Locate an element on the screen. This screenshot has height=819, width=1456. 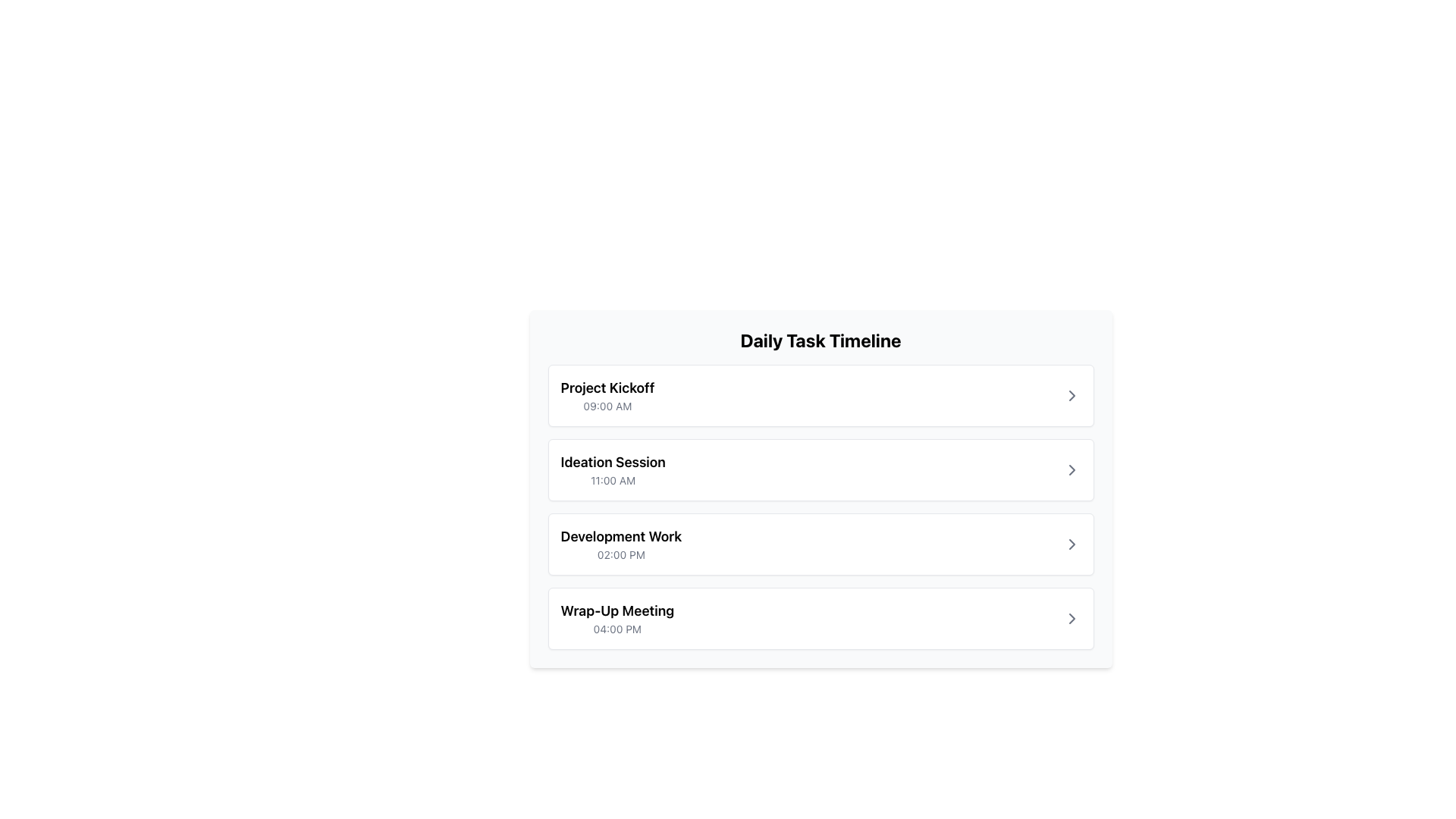
information displayed in the 'Development Work' text label, which shows the title and time in the Daily Task Timeline section is located at coordinates (621, 543).